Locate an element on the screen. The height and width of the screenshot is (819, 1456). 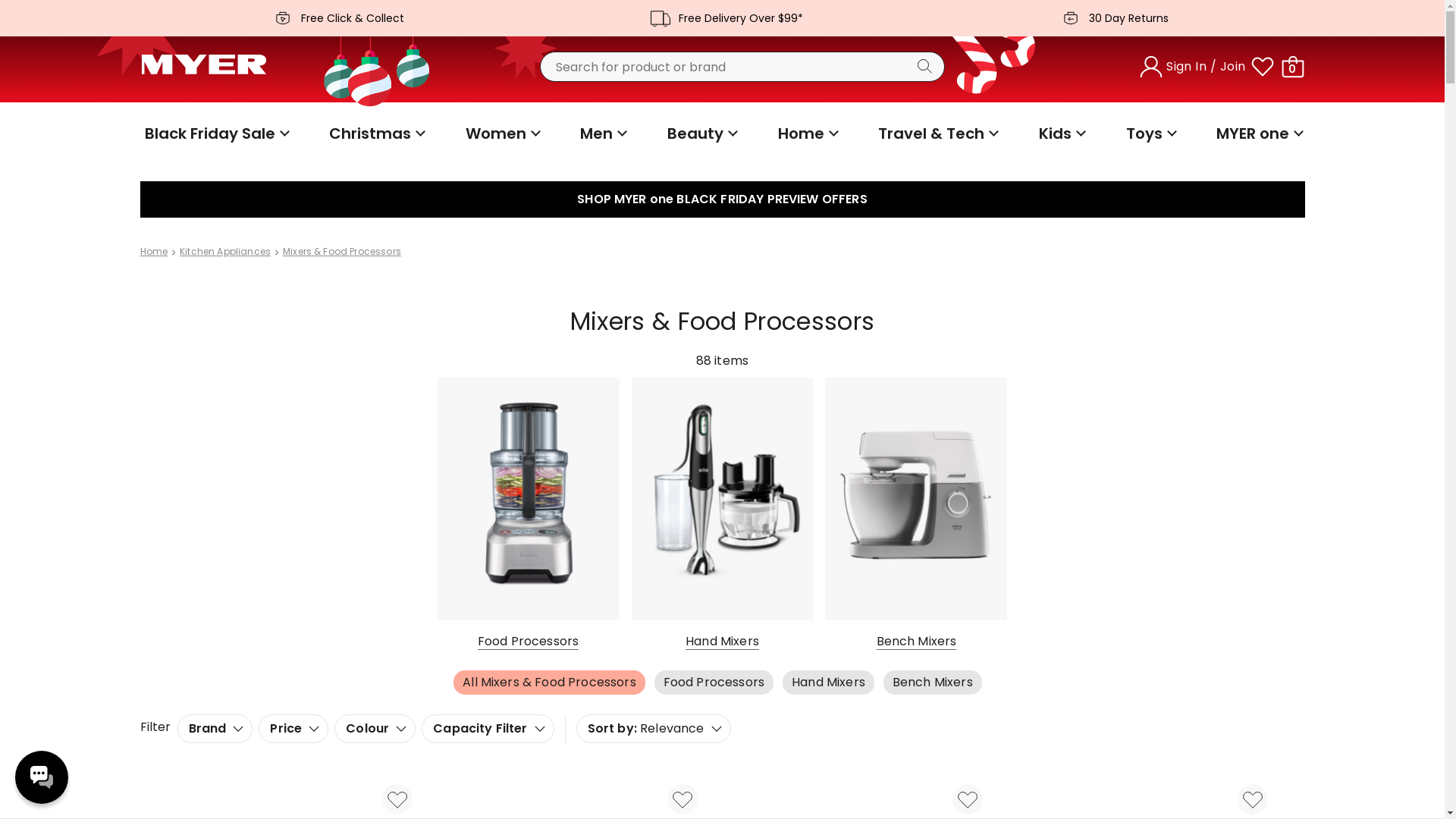
'Men' is located at coordinates (601, 133).